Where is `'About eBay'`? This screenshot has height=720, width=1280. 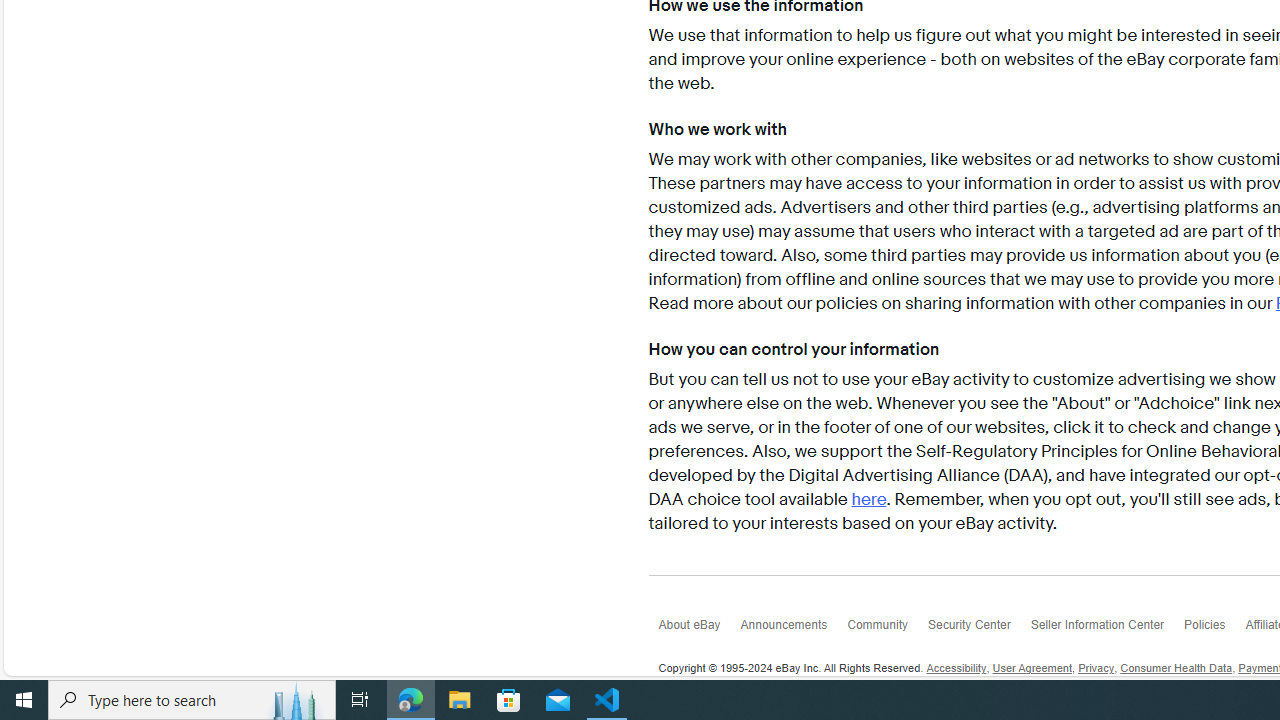 'About eBay' is located at coordinates (699, 628).